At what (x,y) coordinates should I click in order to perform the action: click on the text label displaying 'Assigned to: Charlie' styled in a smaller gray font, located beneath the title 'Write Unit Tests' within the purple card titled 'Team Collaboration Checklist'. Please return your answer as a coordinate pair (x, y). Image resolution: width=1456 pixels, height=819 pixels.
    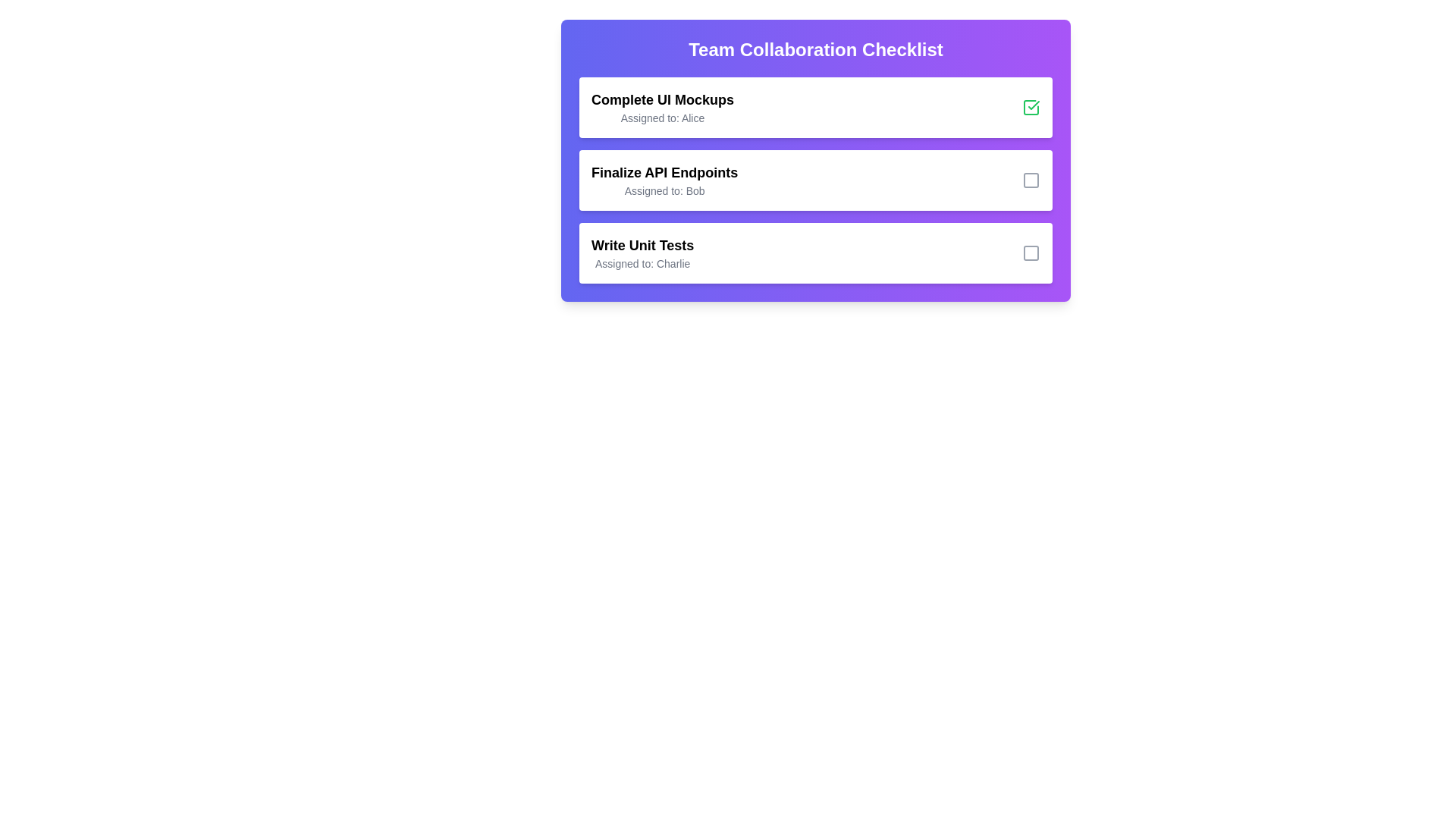
    Looking at the image, I should click on (642, 262).